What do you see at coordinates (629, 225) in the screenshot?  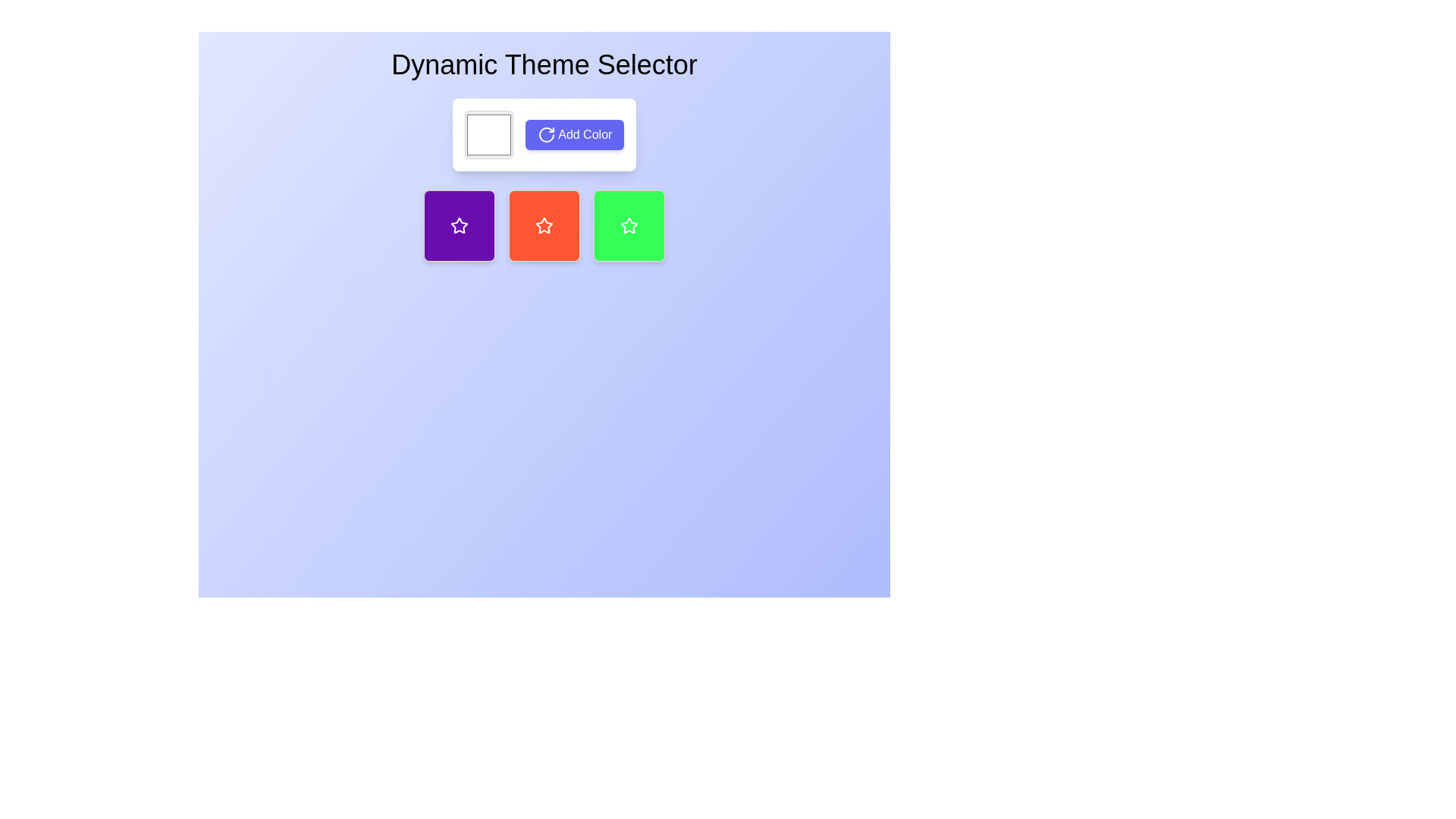 I see `the green square icon representing a theme choice located on the far right of the row beneath the 'Dynamic Theme Selector' text` at bounding box center [629, 225].